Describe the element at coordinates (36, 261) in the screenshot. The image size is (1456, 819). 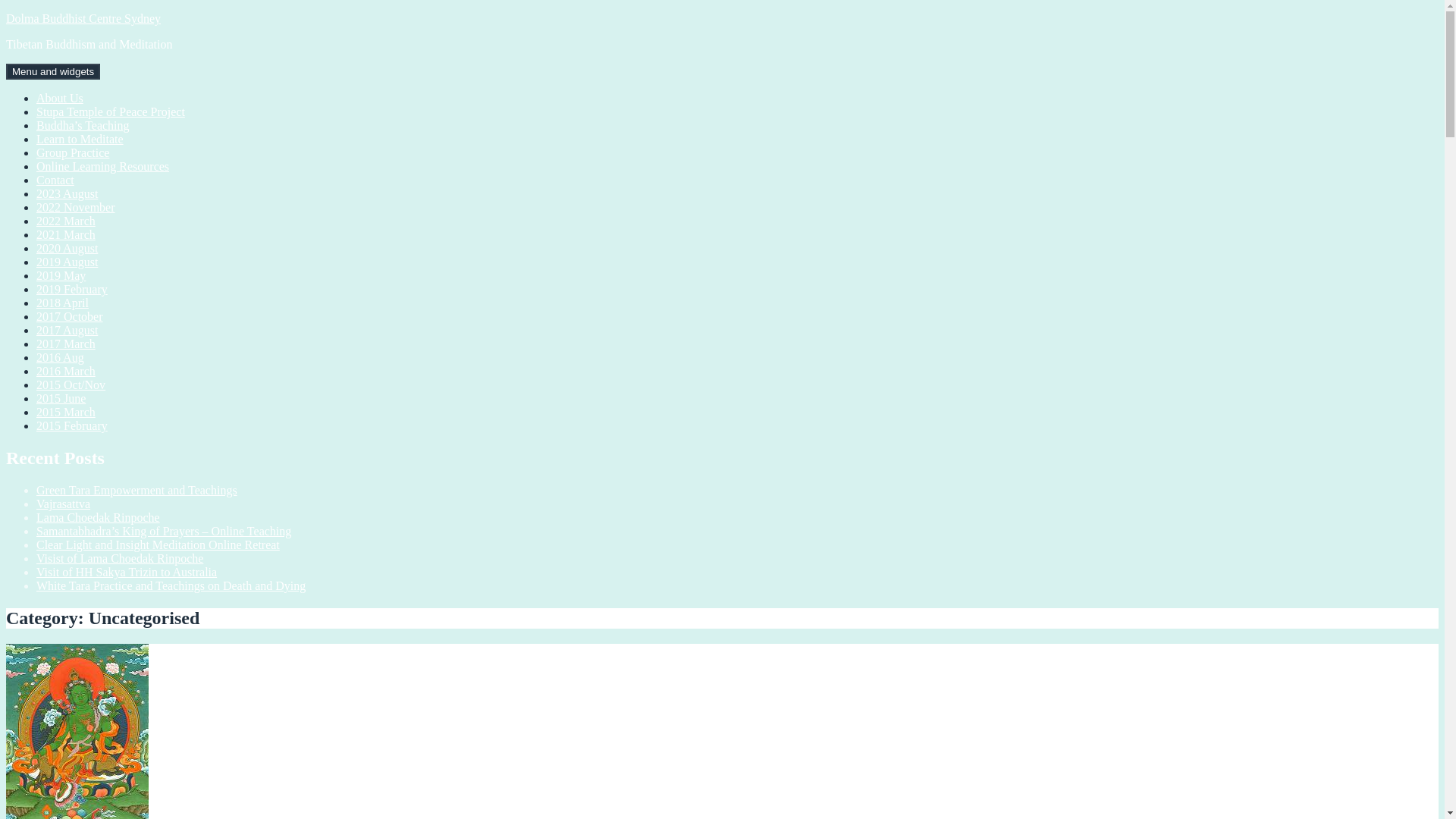
I see `'2019 August'` at that location.